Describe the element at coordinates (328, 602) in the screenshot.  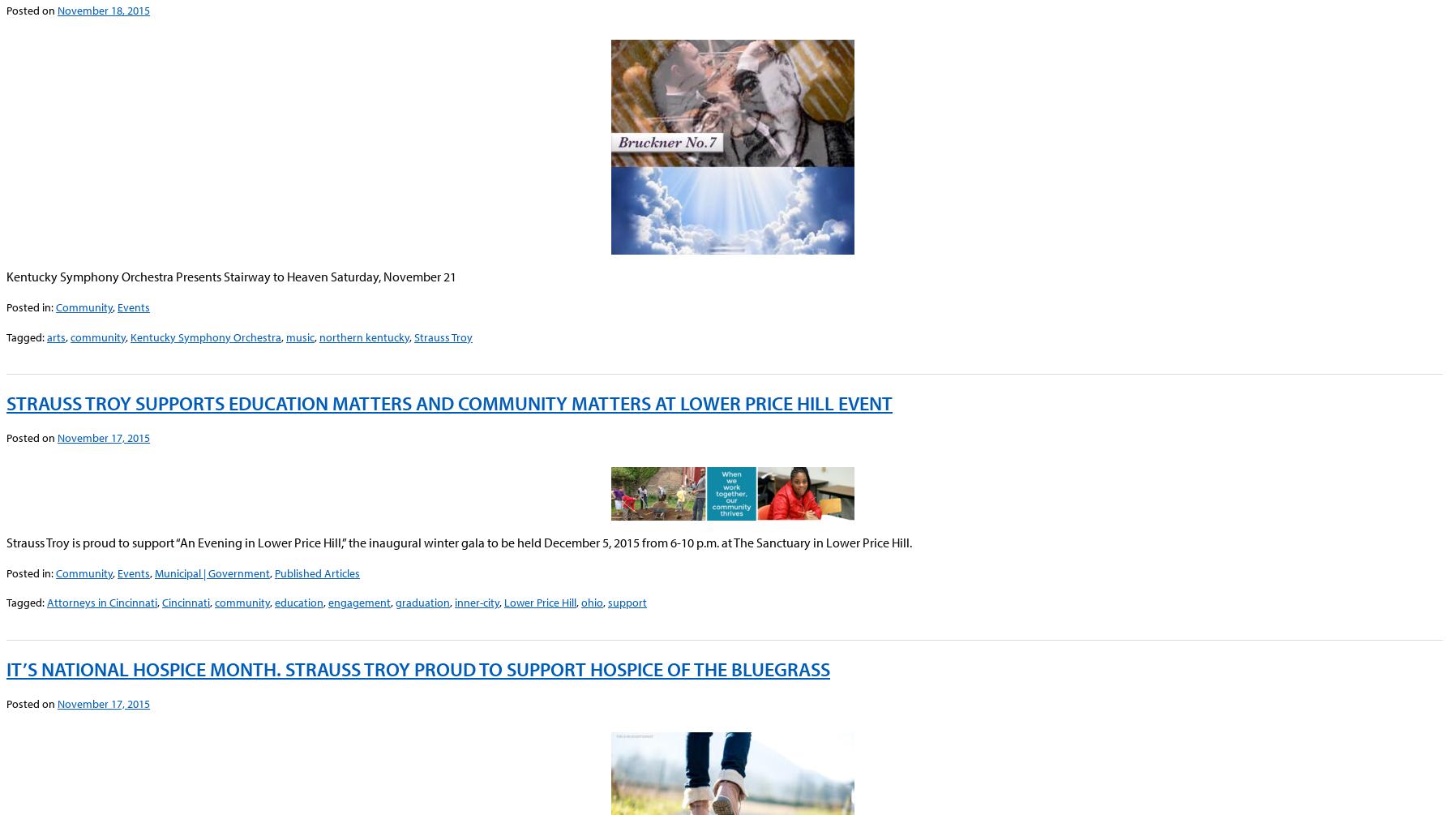
I see `'engagement'` at that location.